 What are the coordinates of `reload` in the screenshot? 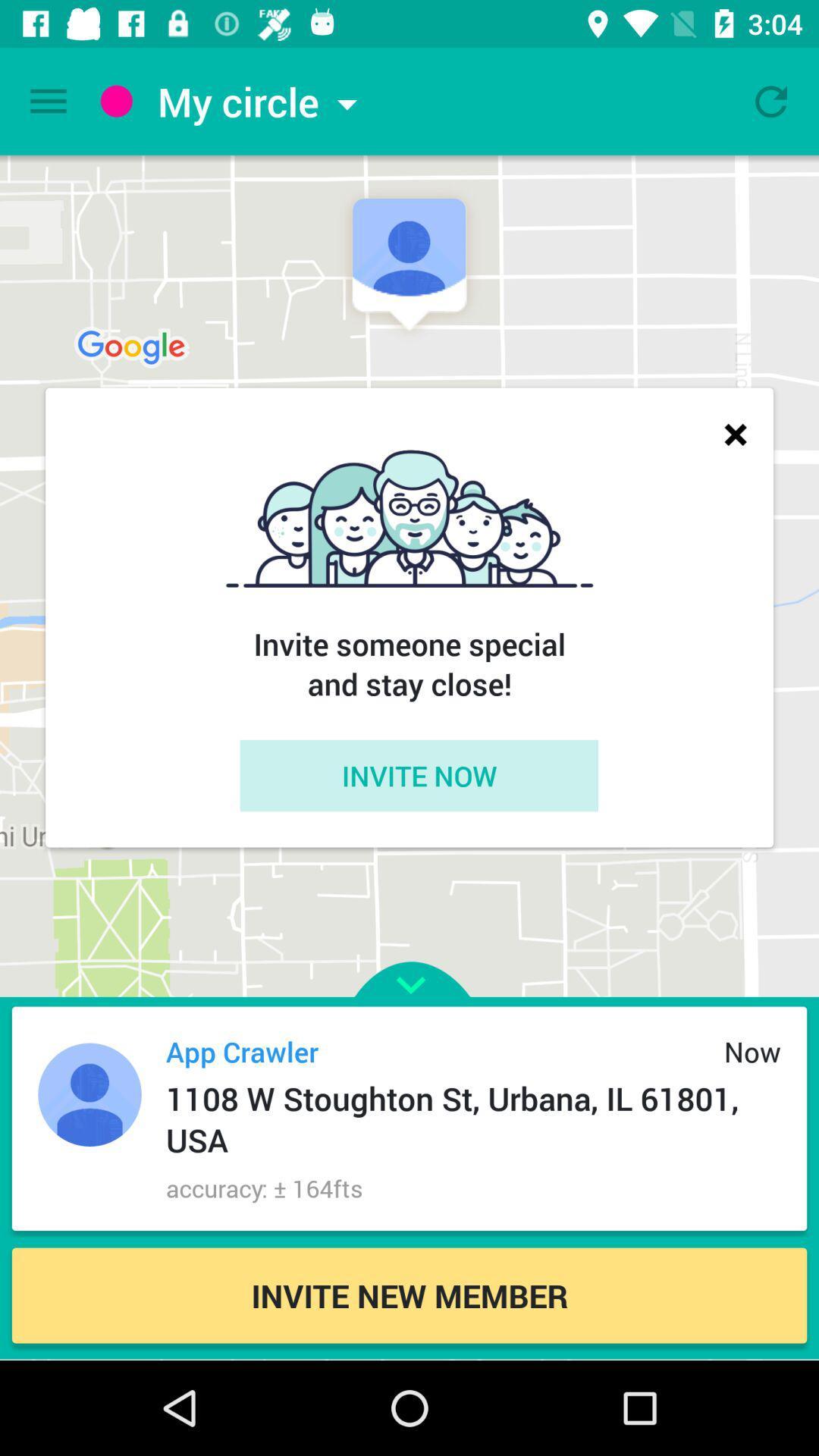 It's located at (771, 100).